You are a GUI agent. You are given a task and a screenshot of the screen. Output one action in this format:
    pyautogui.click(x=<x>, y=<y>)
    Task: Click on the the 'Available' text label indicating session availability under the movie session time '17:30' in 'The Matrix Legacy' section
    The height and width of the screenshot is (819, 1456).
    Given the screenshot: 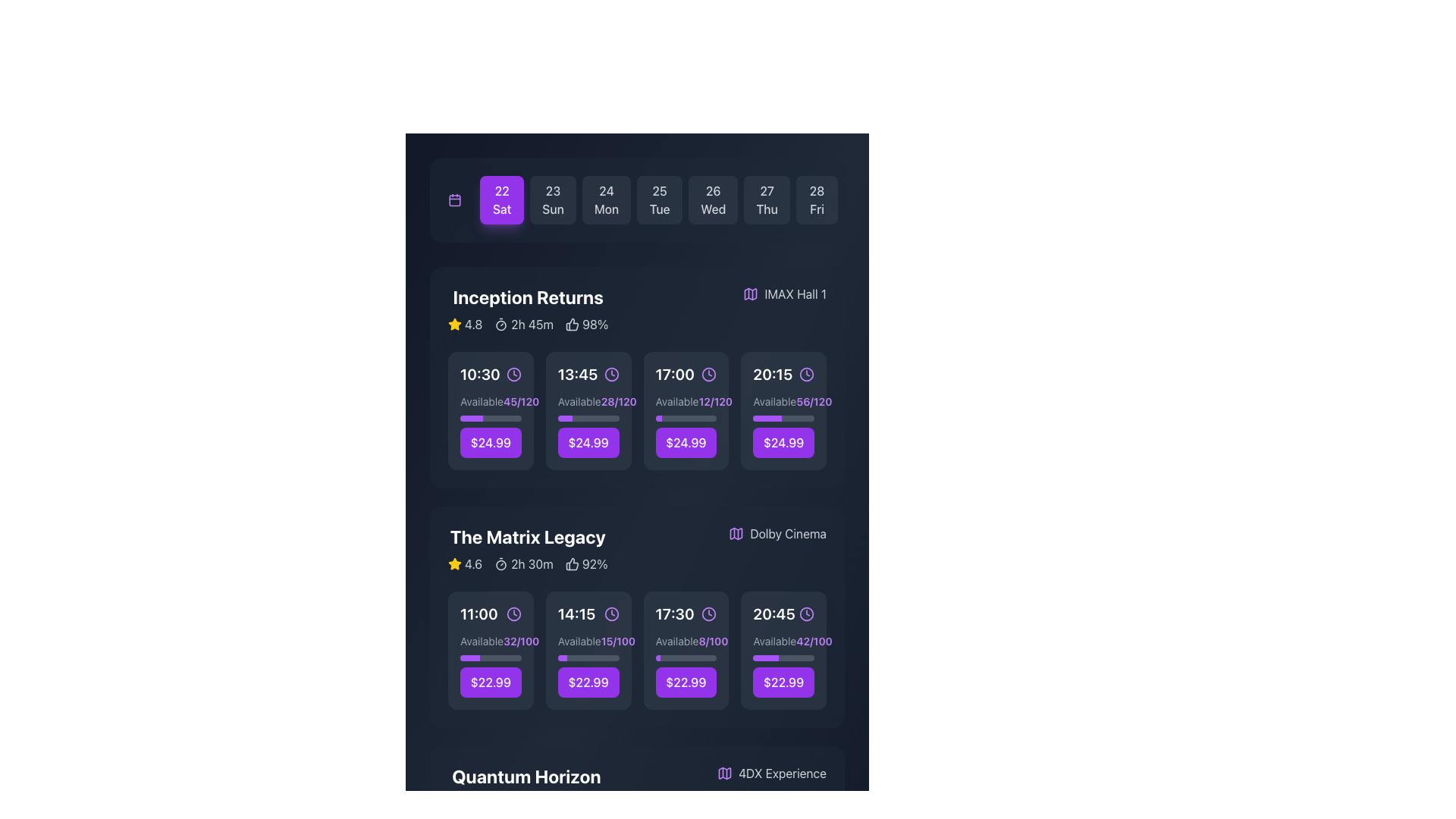 What is the action you would take?
    pyautogui.click(x=676, y=641)
    